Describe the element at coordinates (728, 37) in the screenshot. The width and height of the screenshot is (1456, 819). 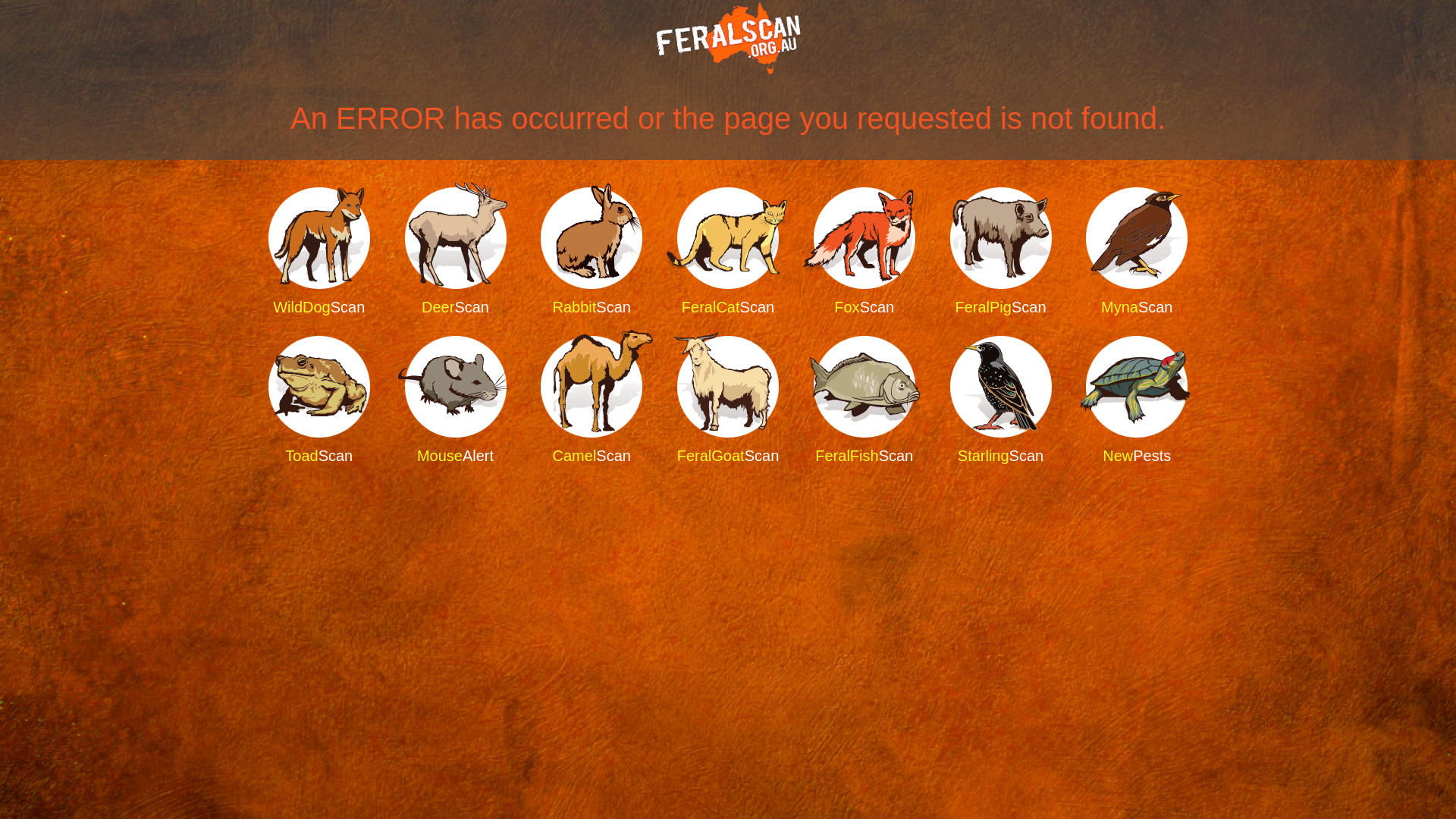
I see `'FeralScan'` at that location.